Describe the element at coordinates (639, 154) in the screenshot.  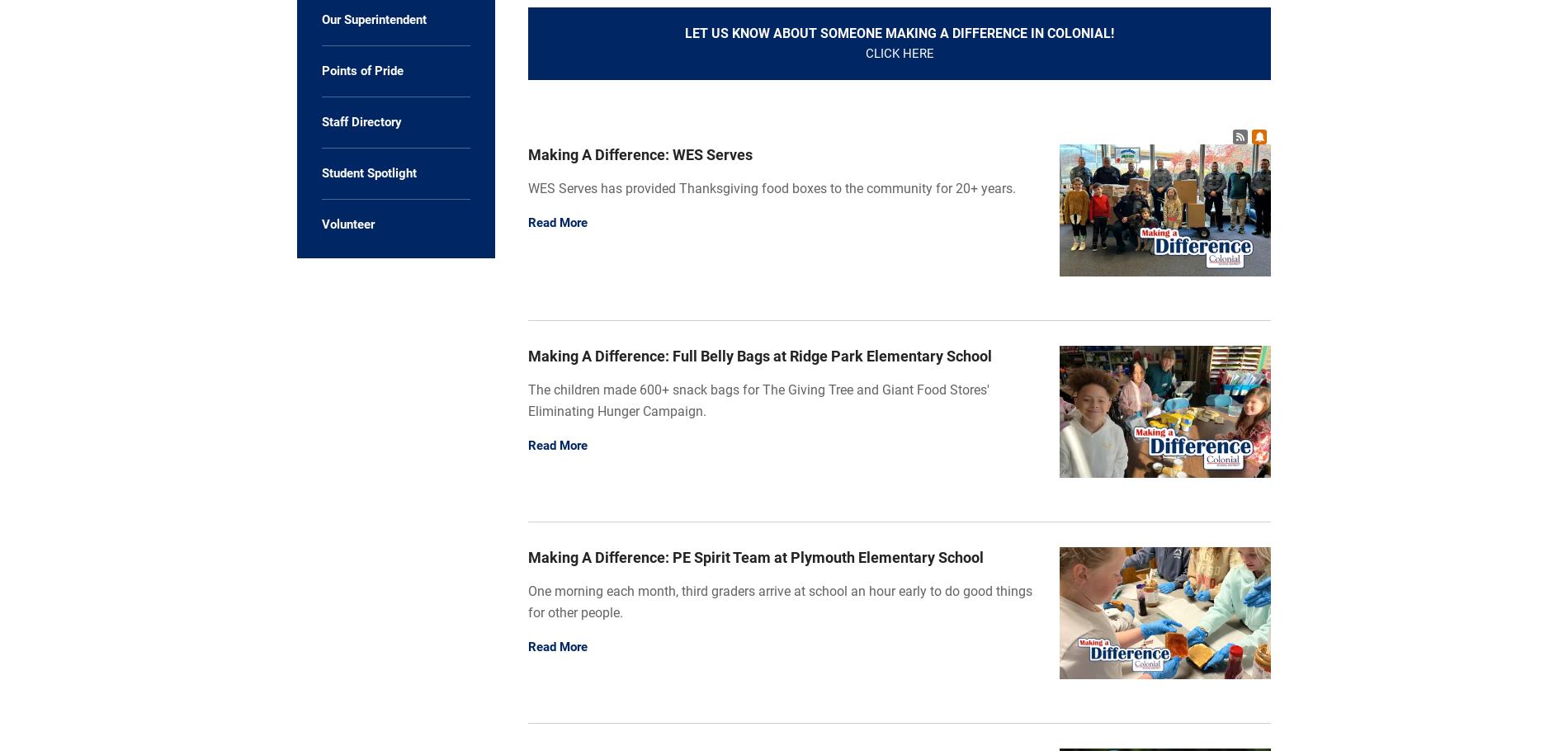
I see `'Making A Difference: WES Serves'` at that location.